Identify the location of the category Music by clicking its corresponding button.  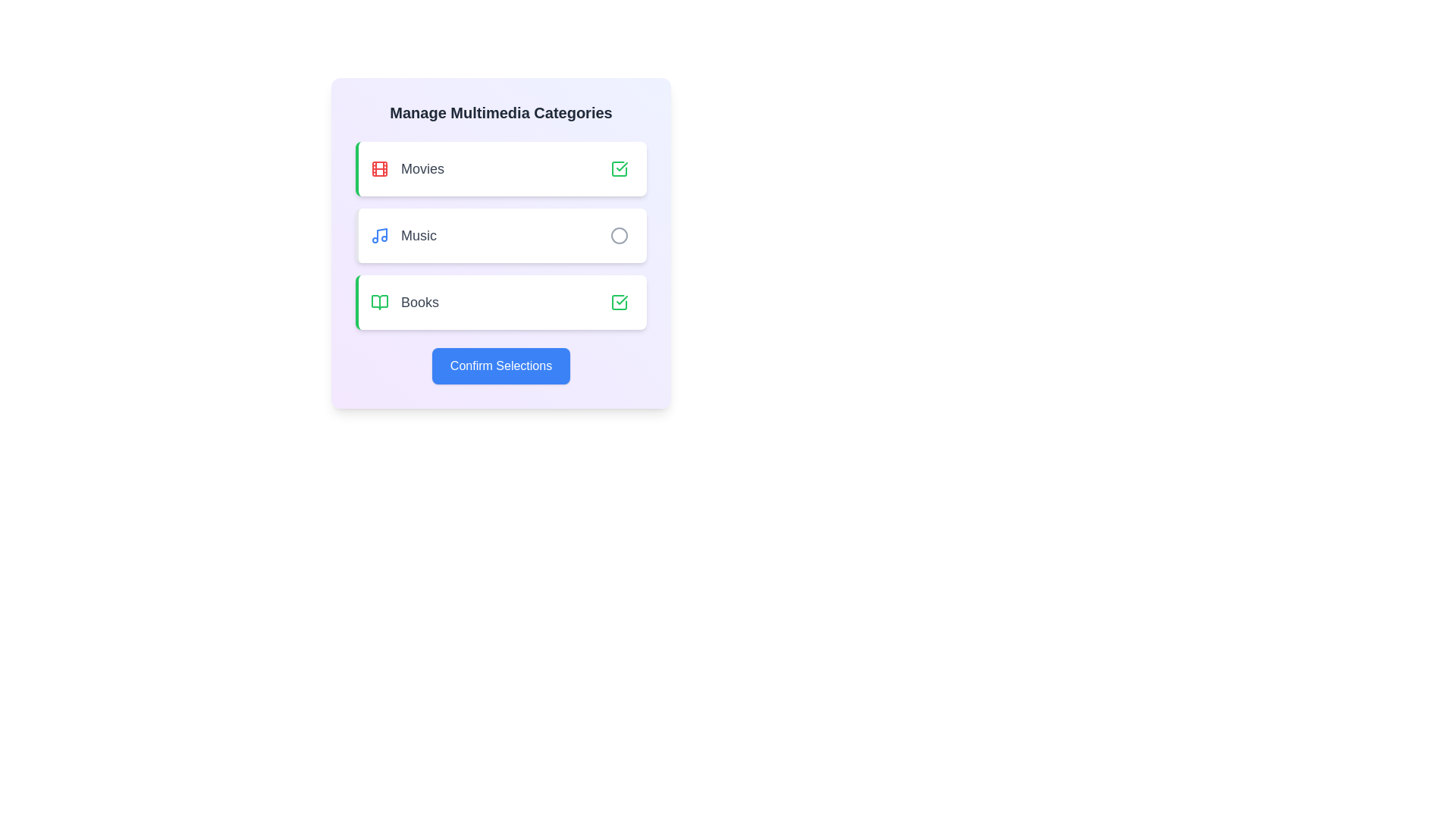
(619, 236).